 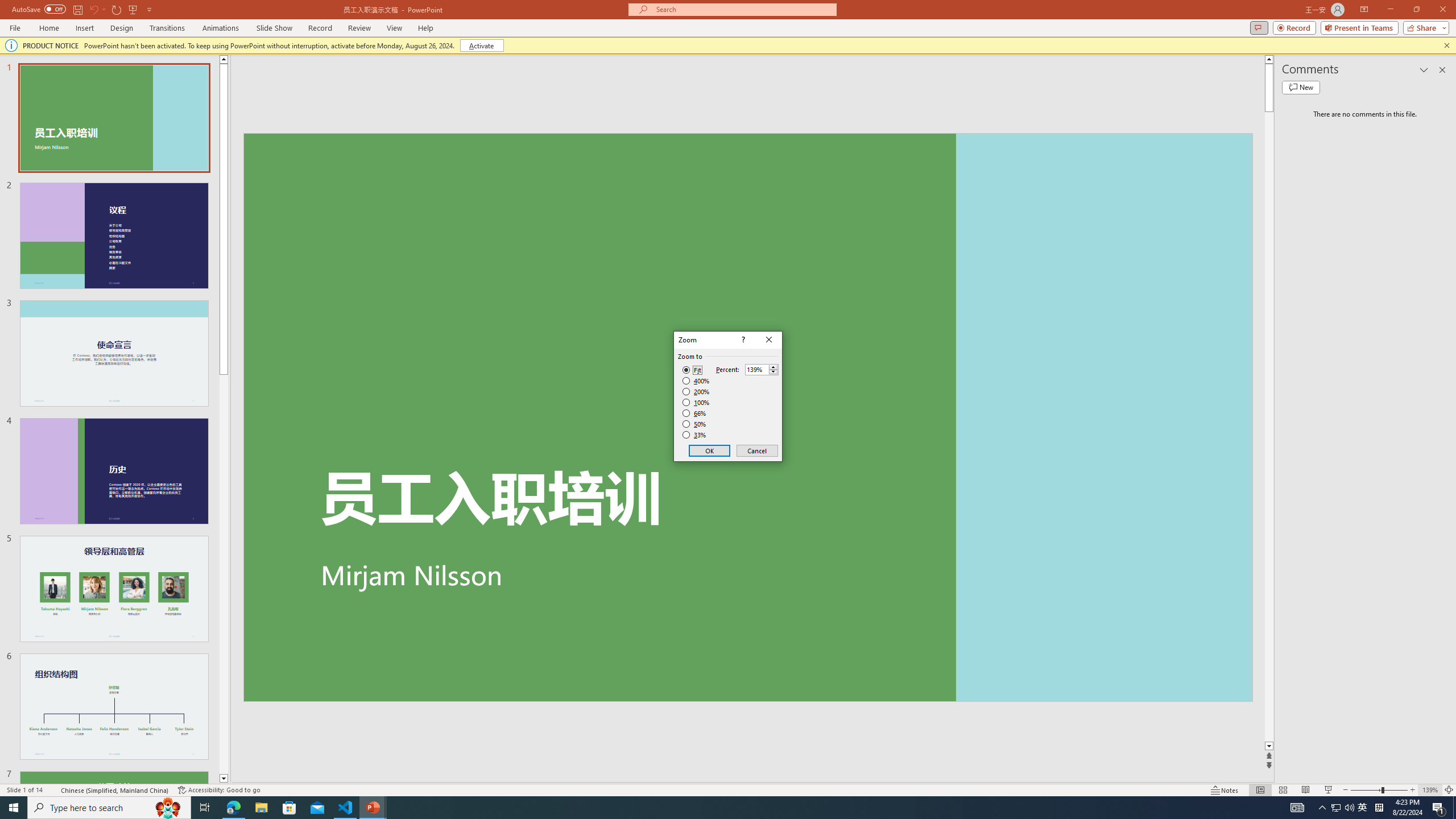 What do you see at coordinates (772, 372) in the screenshot?
I see `'Less'` at bounding box center [772, 372].